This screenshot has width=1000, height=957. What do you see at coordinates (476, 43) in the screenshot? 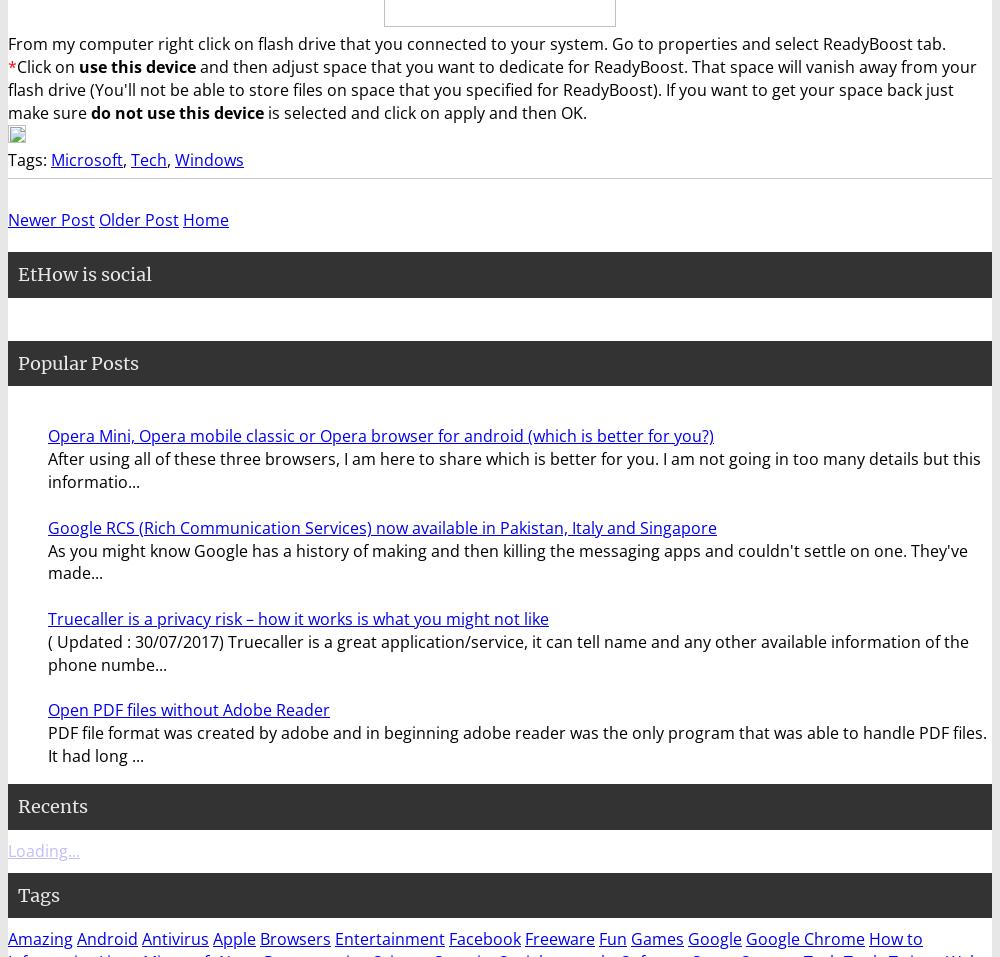
I see `'From my computer right click on flash drive that you connected to your system. Go to properties and select ReadyBoost tab.'` at bounding box center [476, 43].